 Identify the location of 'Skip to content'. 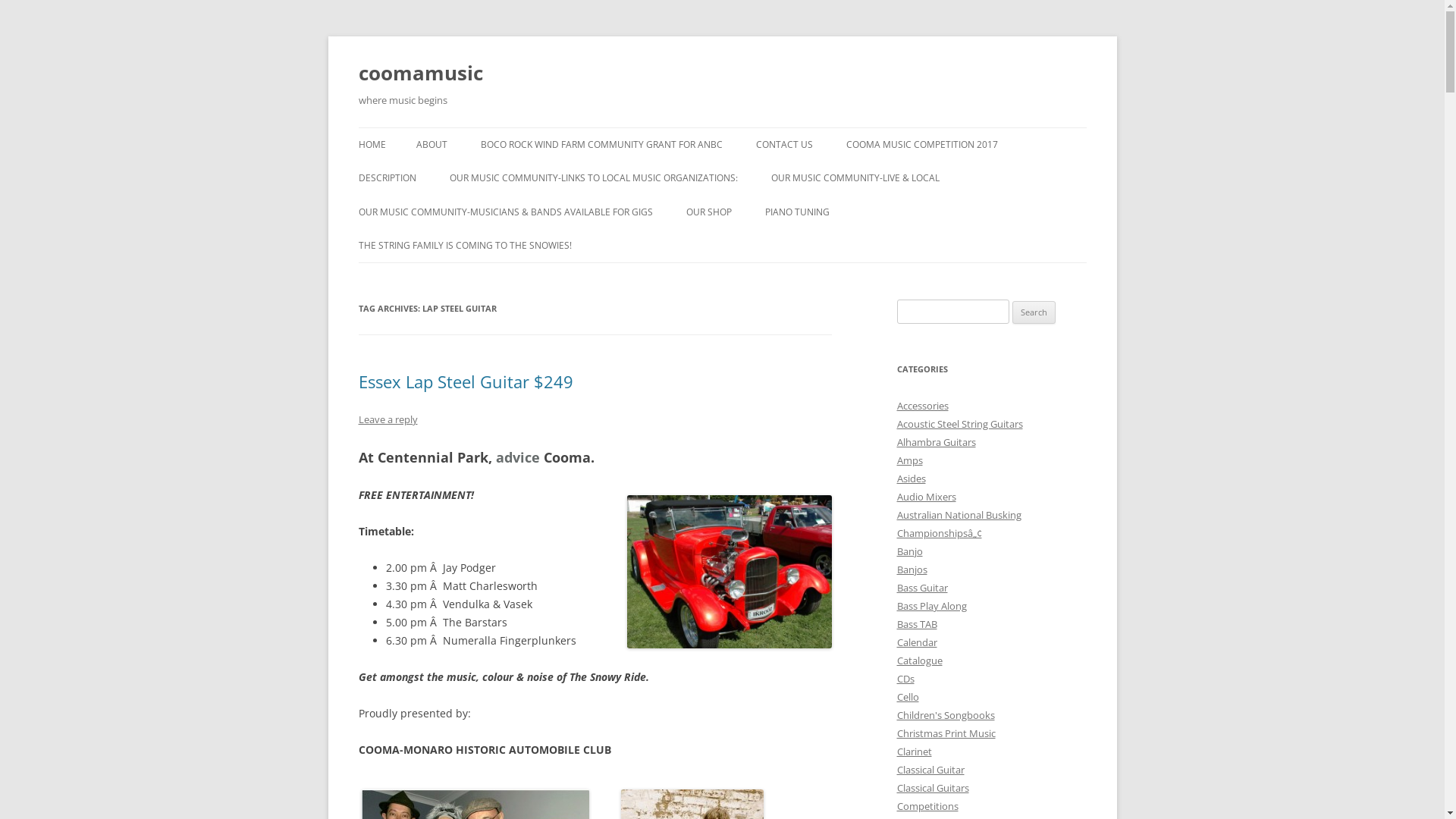
(720, 127).